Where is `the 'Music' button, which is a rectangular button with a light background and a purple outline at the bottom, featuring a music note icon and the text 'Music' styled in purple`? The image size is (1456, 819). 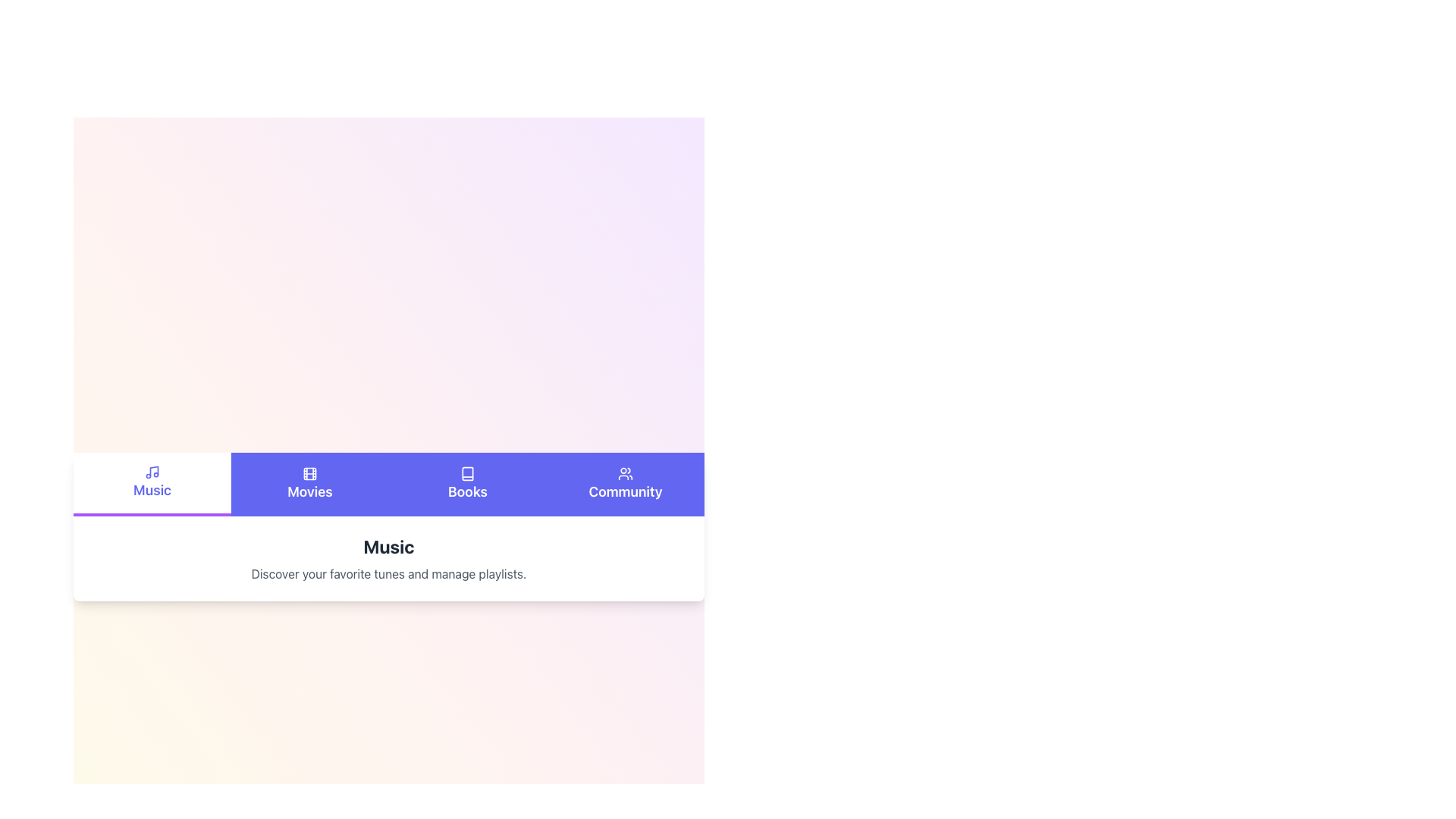 the 'Music' button, which is a rectangular button with a light background and a purple outline at the bottom, featuring a music note icon and the text 'Music' styled in purple is located at coordinates (152, 485).